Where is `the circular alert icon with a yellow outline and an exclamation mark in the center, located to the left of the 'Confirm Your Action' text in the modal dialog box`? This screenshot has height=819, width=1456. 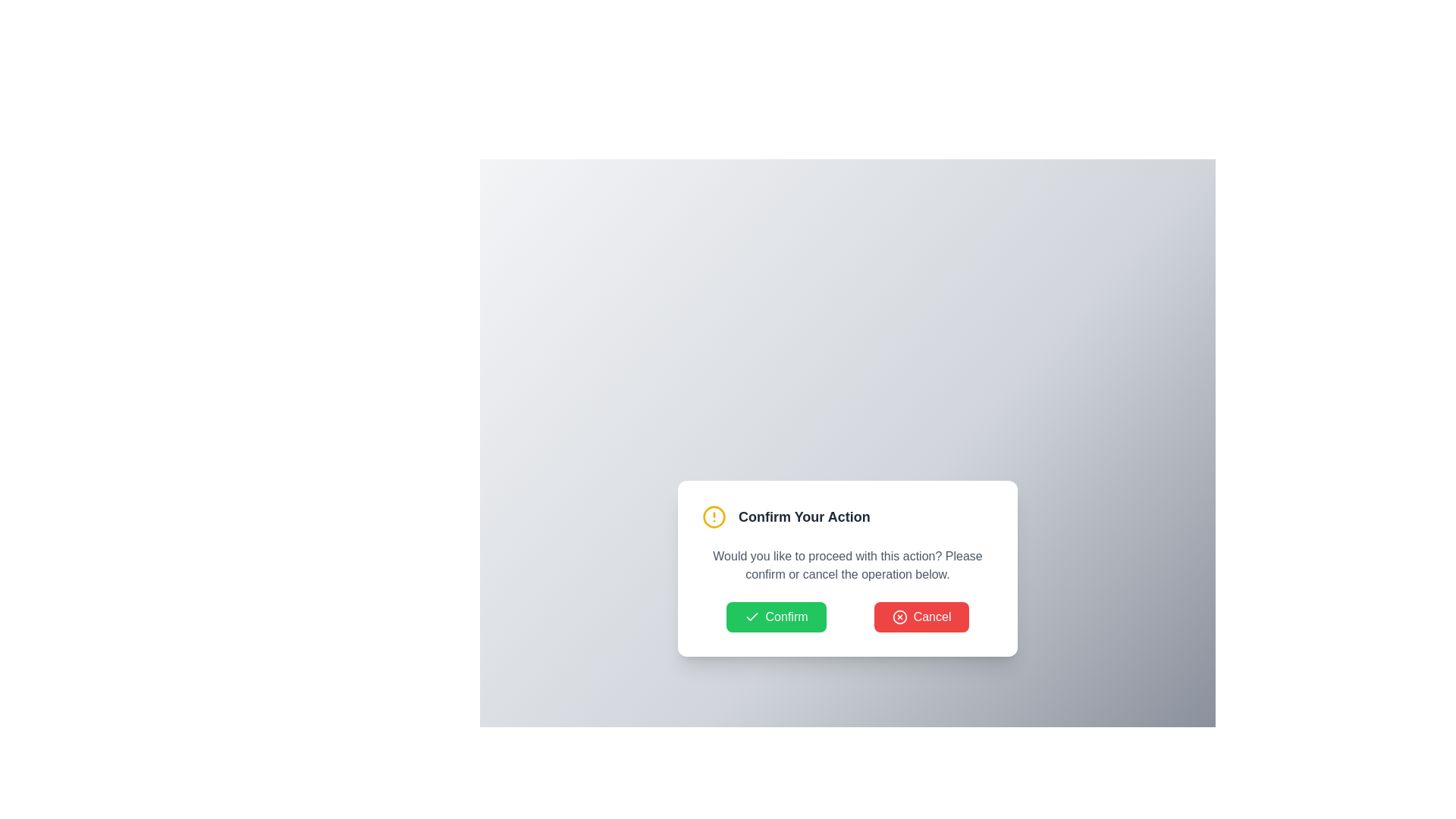
the circular alert icon with a yellow outline and an exclamation mark in the center, located to the left of the 'Confirm Your Action' text in the modal dialog box is located at coordinates (713, 516).